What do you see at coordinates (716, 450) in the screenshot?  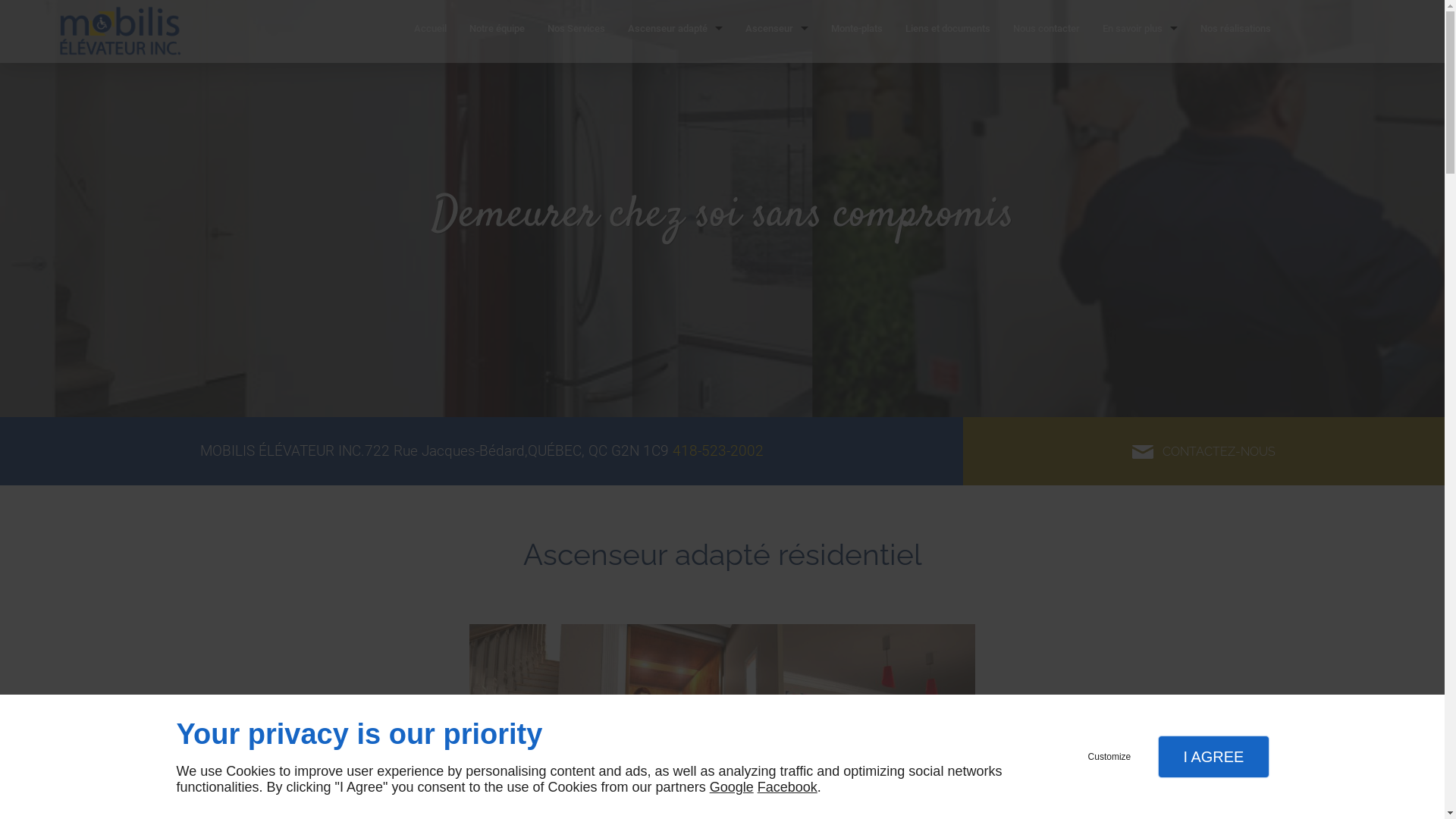 I see `'418-523-2002'` at bounding box center [716, 450].